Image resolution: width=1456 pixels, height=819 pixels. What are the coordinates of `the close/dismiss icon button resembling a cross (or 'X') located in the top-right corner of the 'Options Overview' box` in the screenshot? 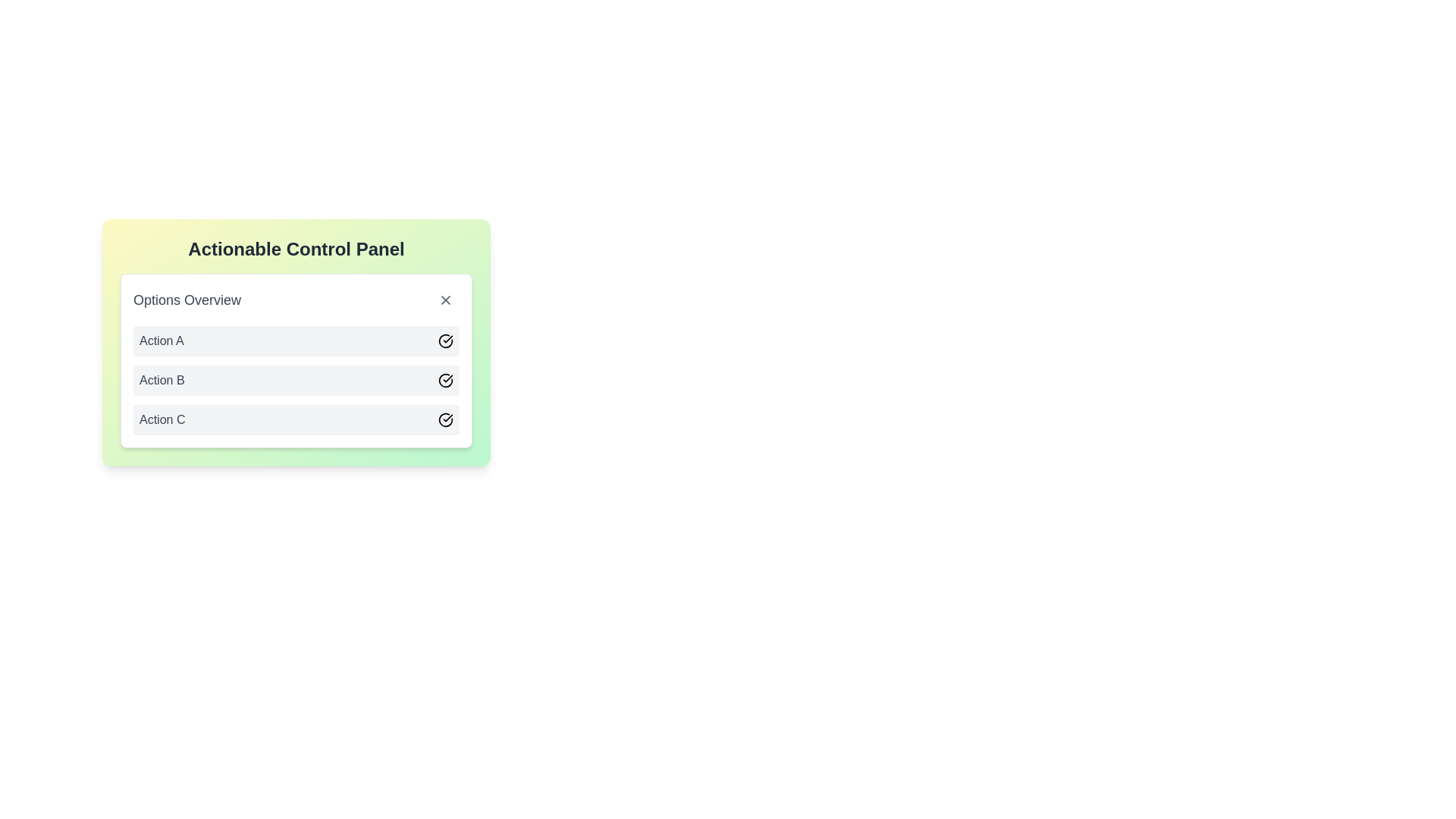 It's located at (445, 300).